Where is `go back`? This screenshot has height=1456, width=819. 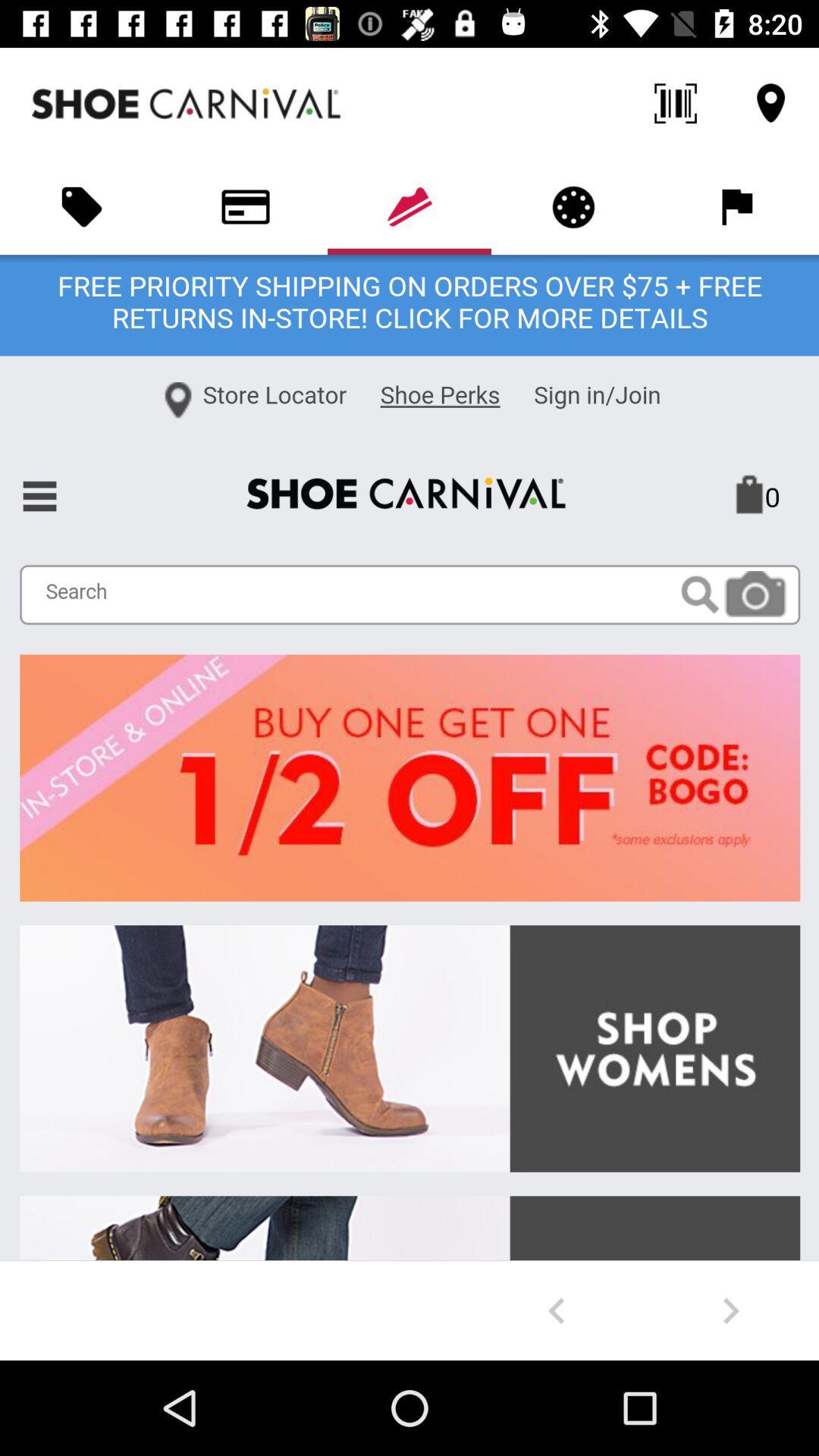
go back is located at coordinates (556, 1310).